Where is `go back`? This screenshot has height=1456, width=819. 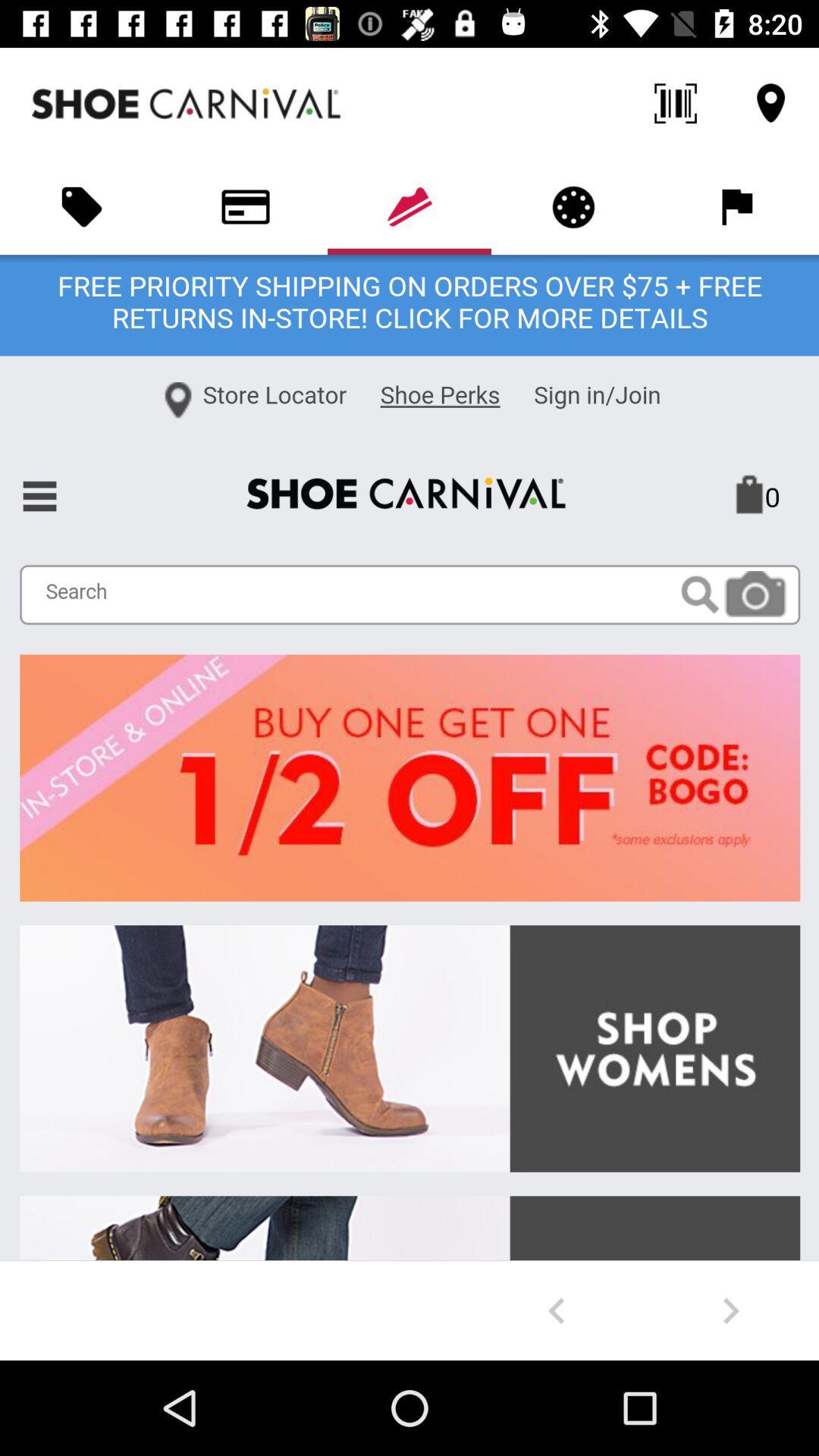
go back is located at coordinates (556, 1310).